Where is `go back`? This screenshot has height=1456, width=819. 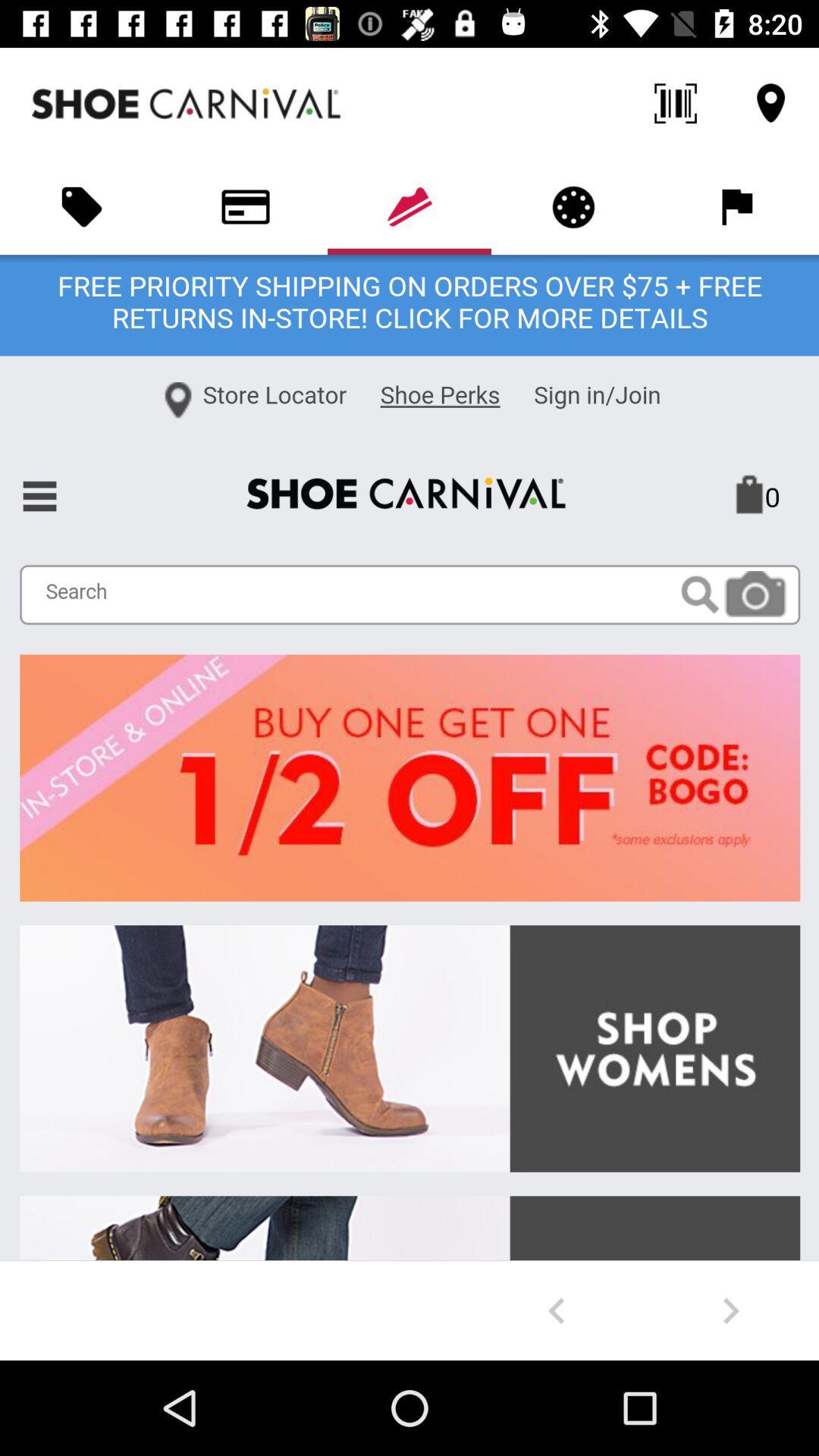
go back is located at coordinates (556, 1310).